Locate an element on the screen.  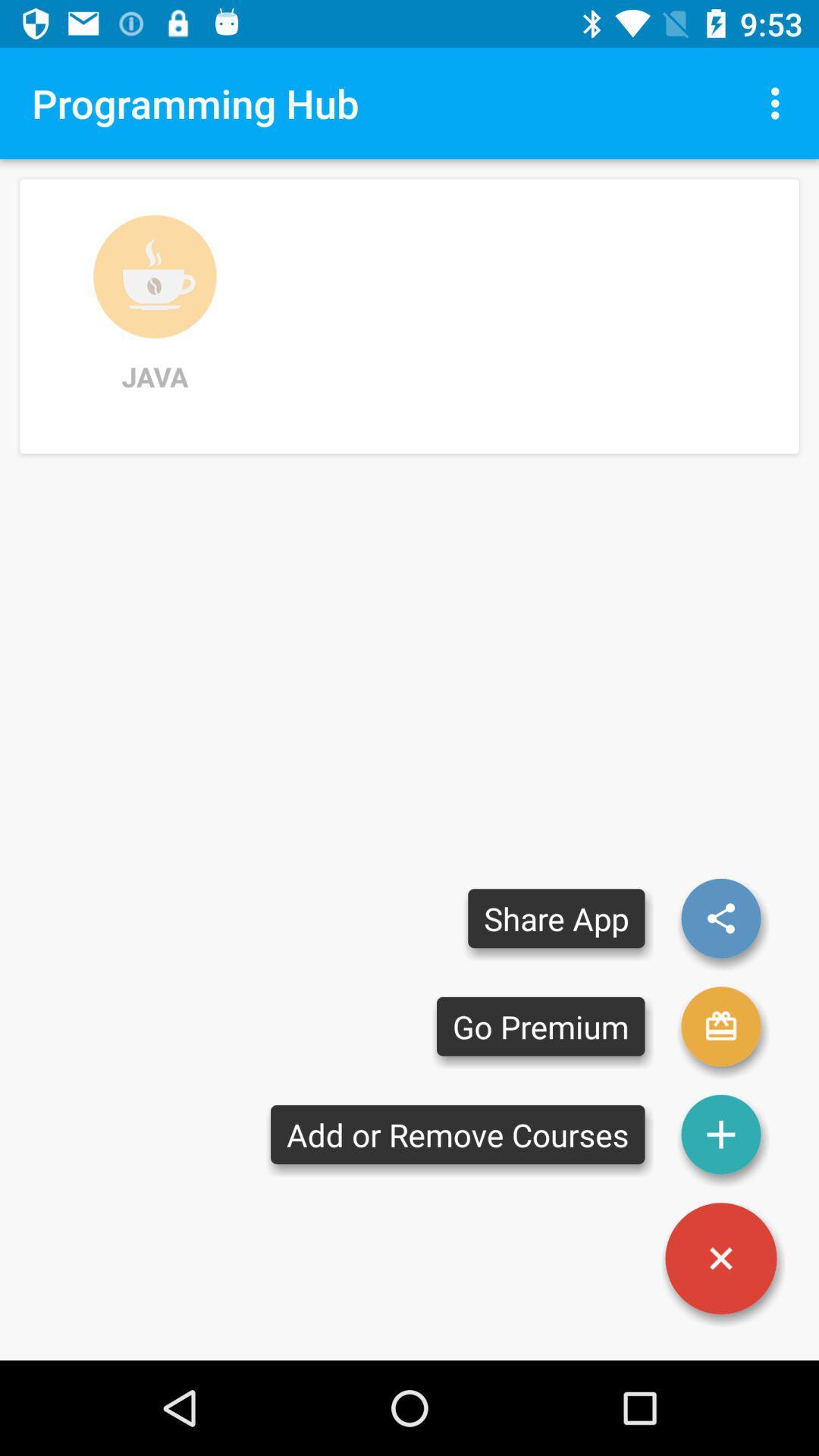
go premium is located at coordinates (720, 1026).